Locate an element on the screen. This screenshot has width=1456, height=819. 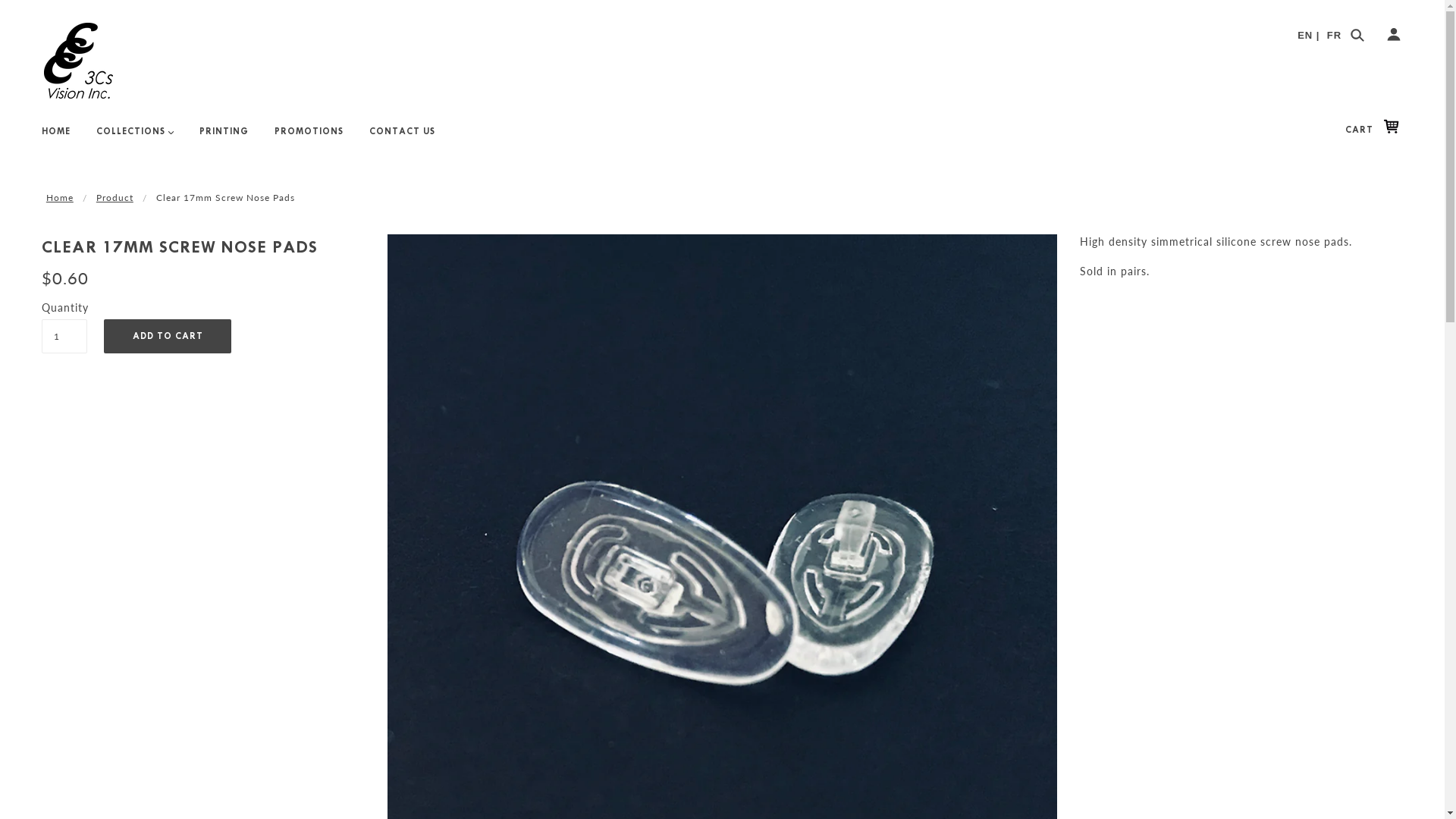
'CONTACT US' is located at coordinates (402, 137).